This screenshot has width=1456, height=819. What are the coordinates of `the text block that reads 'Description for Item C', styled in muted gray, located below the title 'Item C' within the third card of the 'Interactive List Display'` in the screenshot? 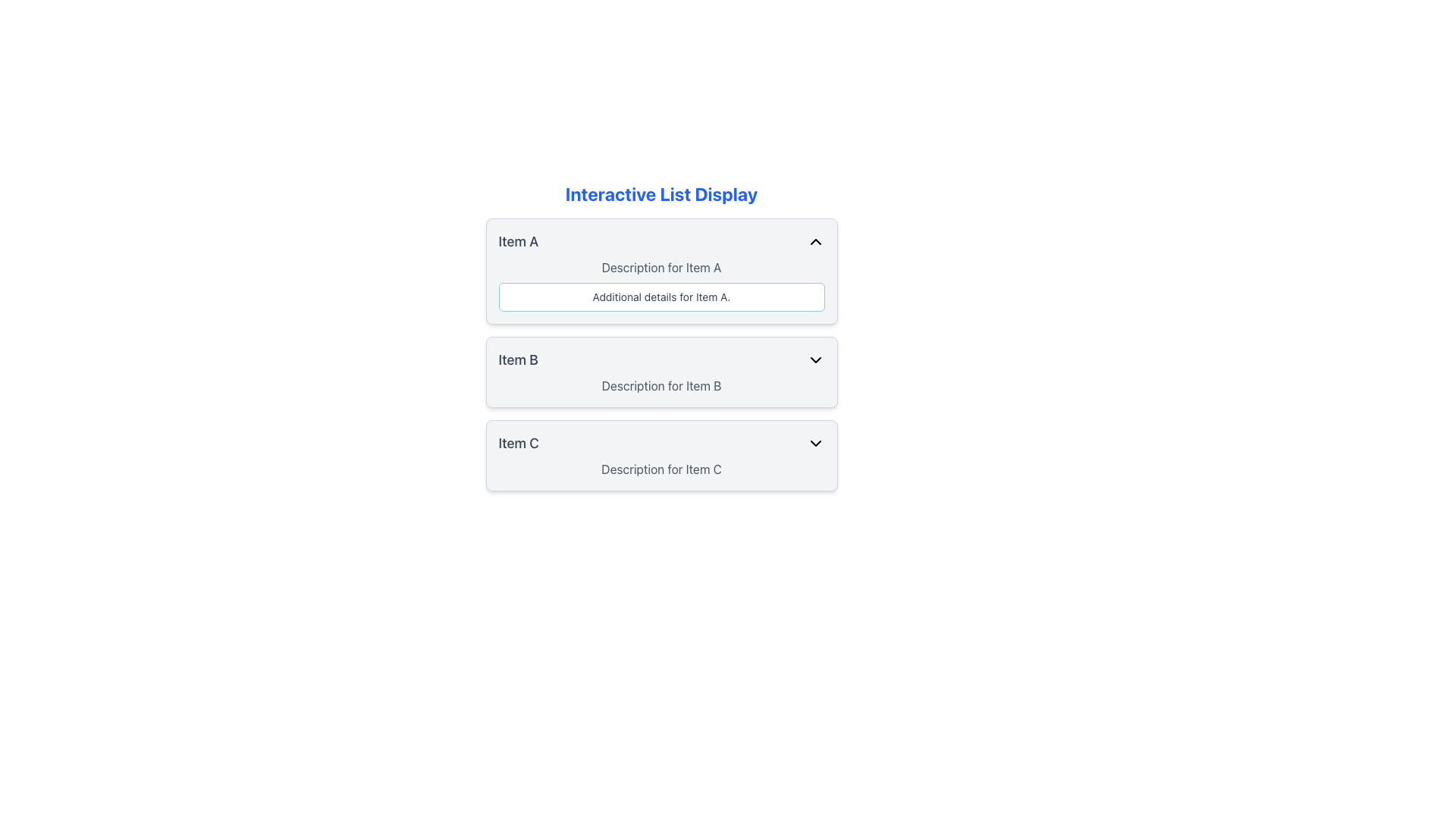 It's located at (661, 468).